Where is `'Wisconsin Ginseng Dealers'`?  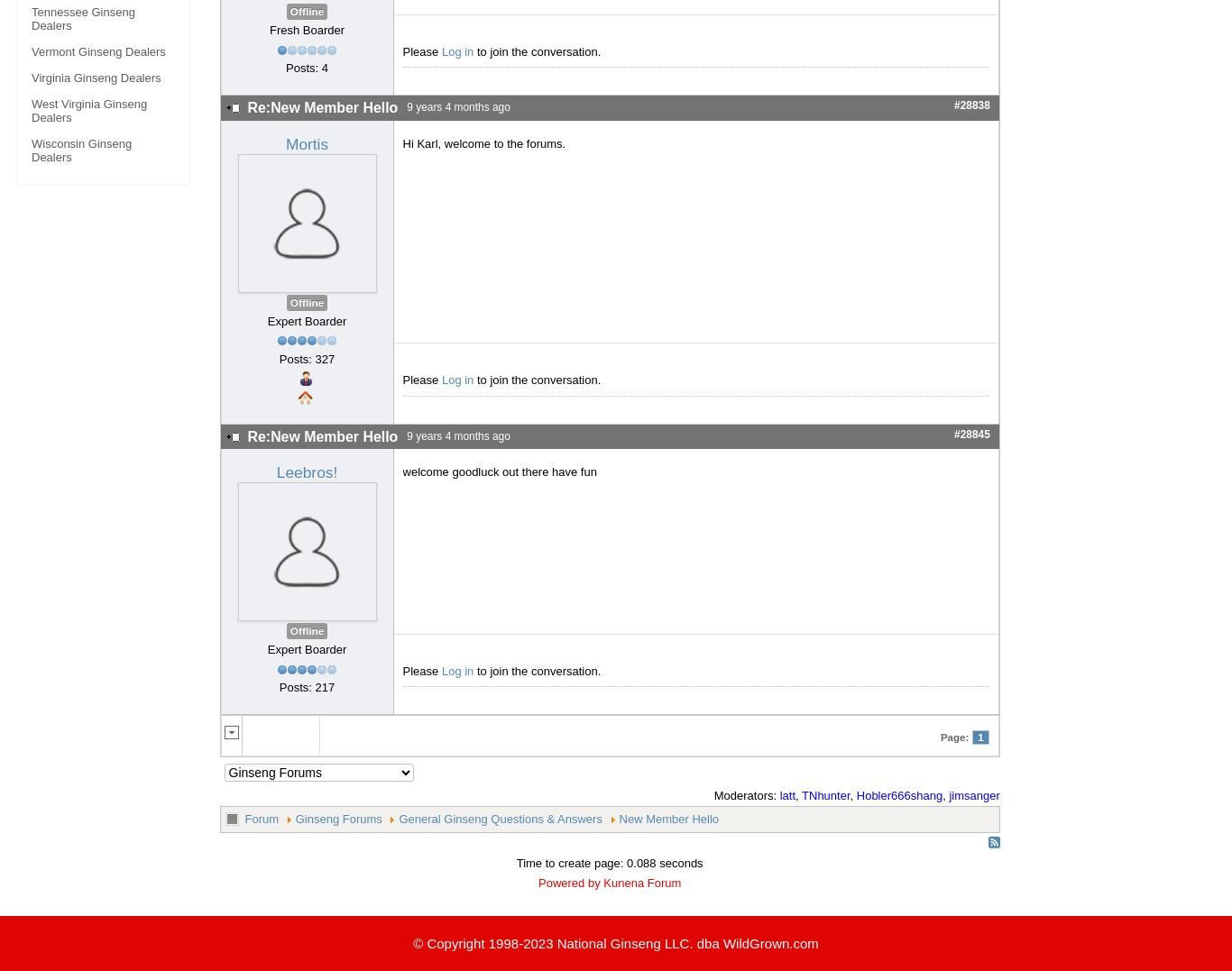
'Wisconsin Ginseng Dealers' is located at coordinates (81, 150).